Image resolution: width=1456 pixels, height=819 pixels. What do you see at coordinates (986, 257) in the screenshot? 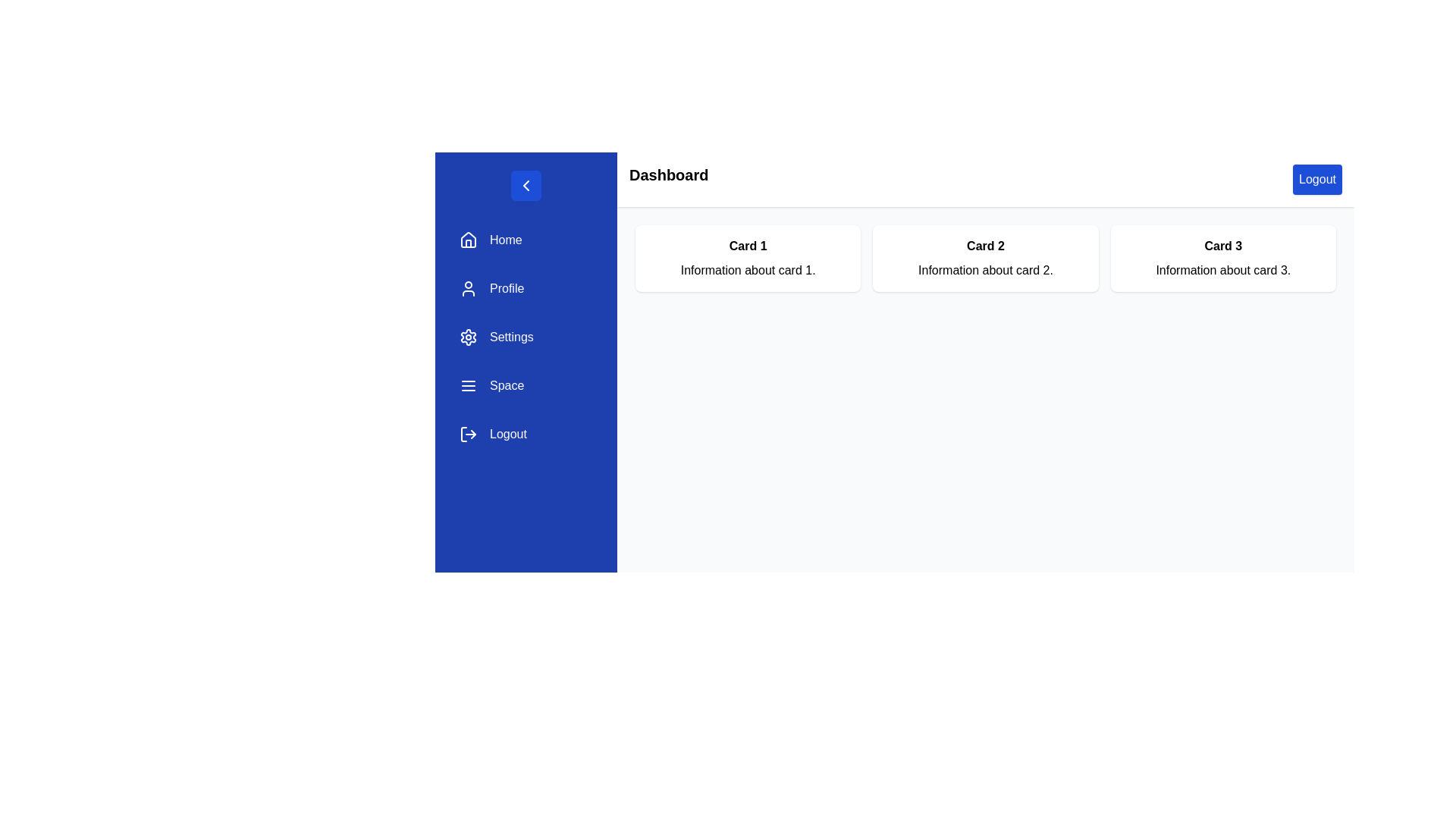
I see `information displayed within the Information card that is the second card in a grid layout, positioned below the 'Dashboard' title and next to the left-side navigation menu` at bounding box center [986, 257].